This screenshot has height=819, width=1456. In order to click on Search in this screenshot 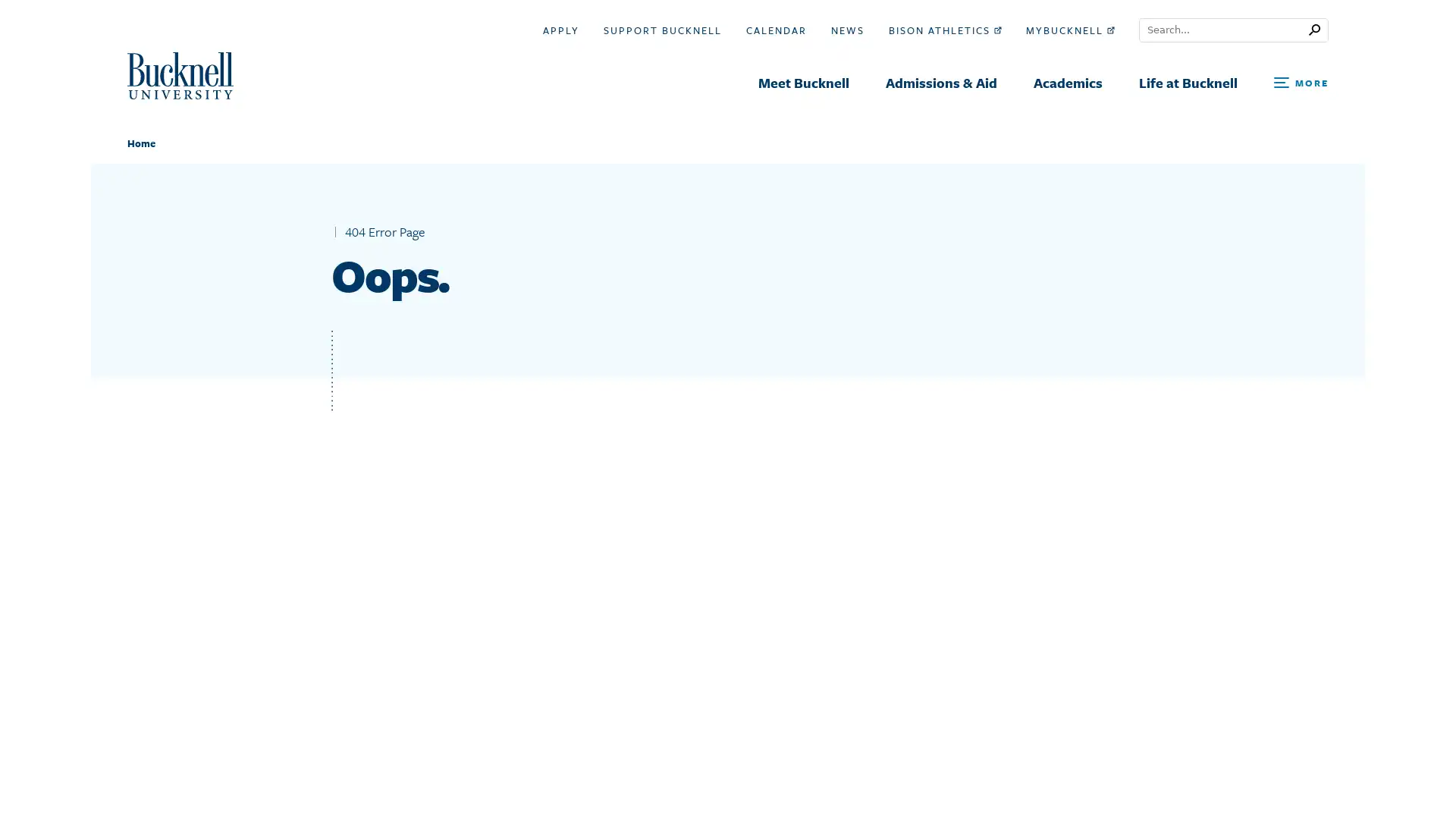, I will do `click(945, 797)`.